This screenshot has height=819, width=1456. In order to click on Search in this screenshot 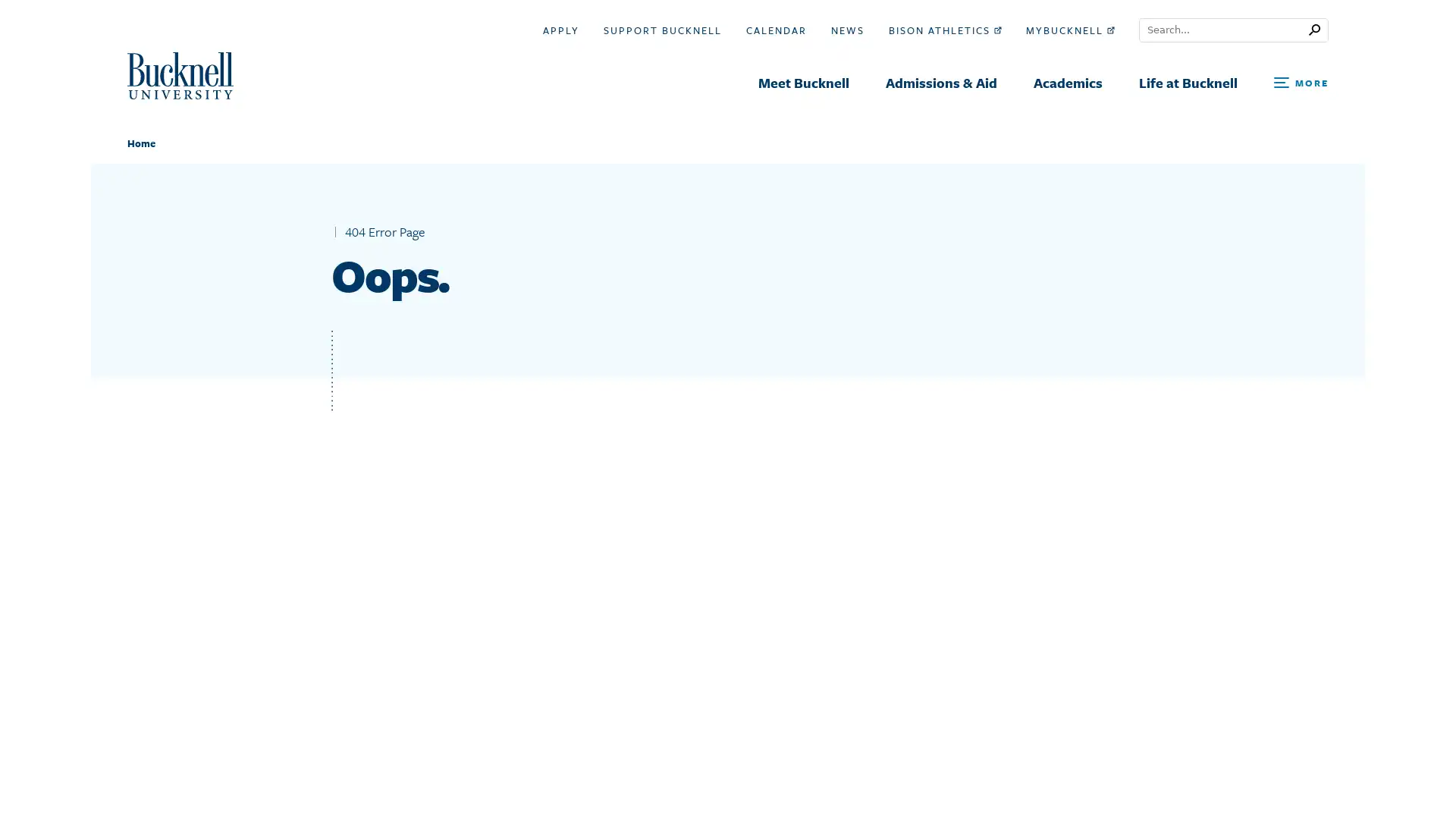, I will do `click(945, 797)`.